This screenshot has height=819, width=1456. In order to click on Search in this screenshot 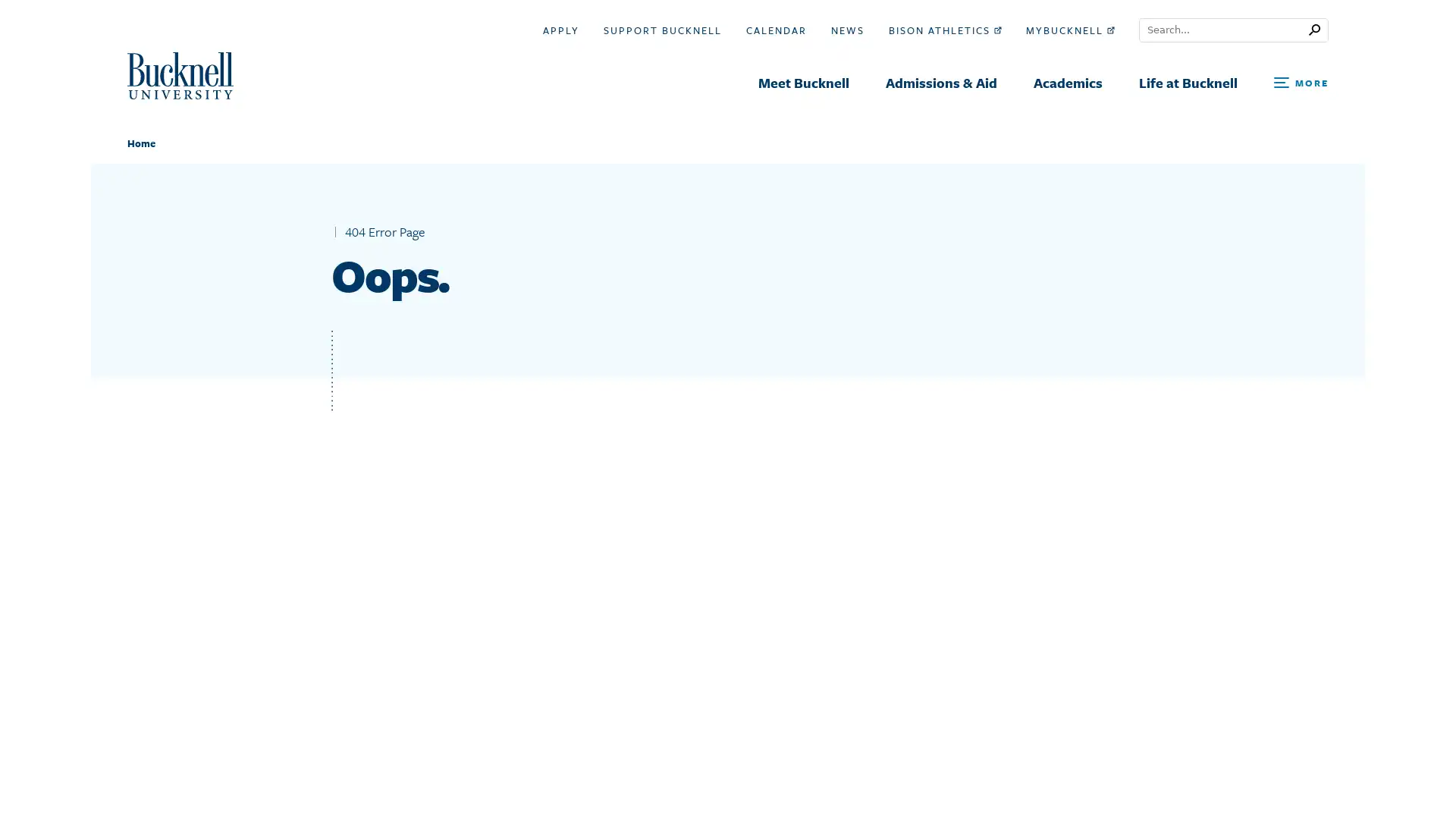, I will do `click(945, 797)`.